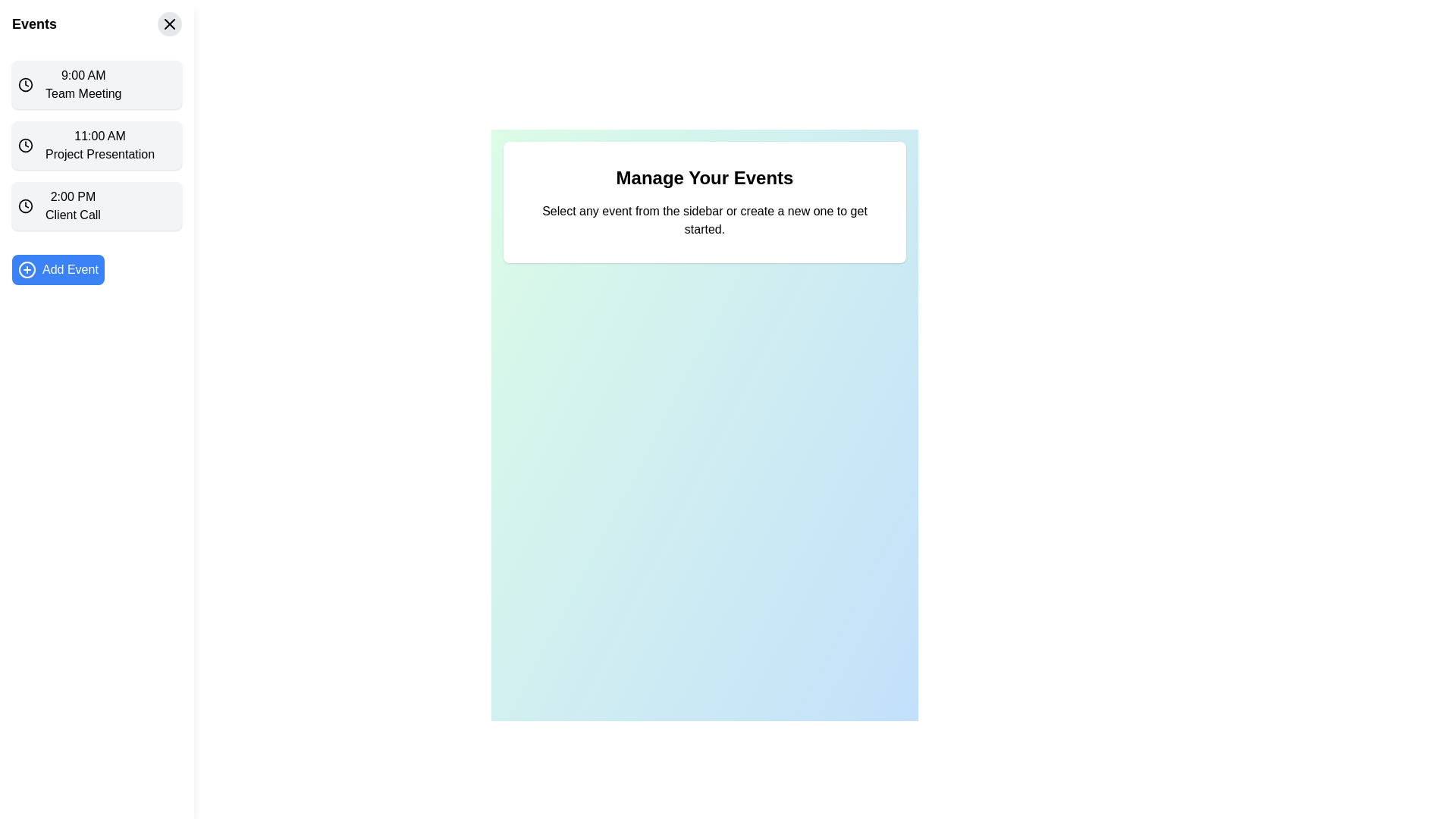 Image resolution: width=1456 pixels, height=819 pixels. What do you see at coordinates (83, 76) in the screenshot?
I see `the bold black text label displaying '9:00 AM' located in the upper-left corner of the interface beside a clock icon` at bounding box center [83, 76].